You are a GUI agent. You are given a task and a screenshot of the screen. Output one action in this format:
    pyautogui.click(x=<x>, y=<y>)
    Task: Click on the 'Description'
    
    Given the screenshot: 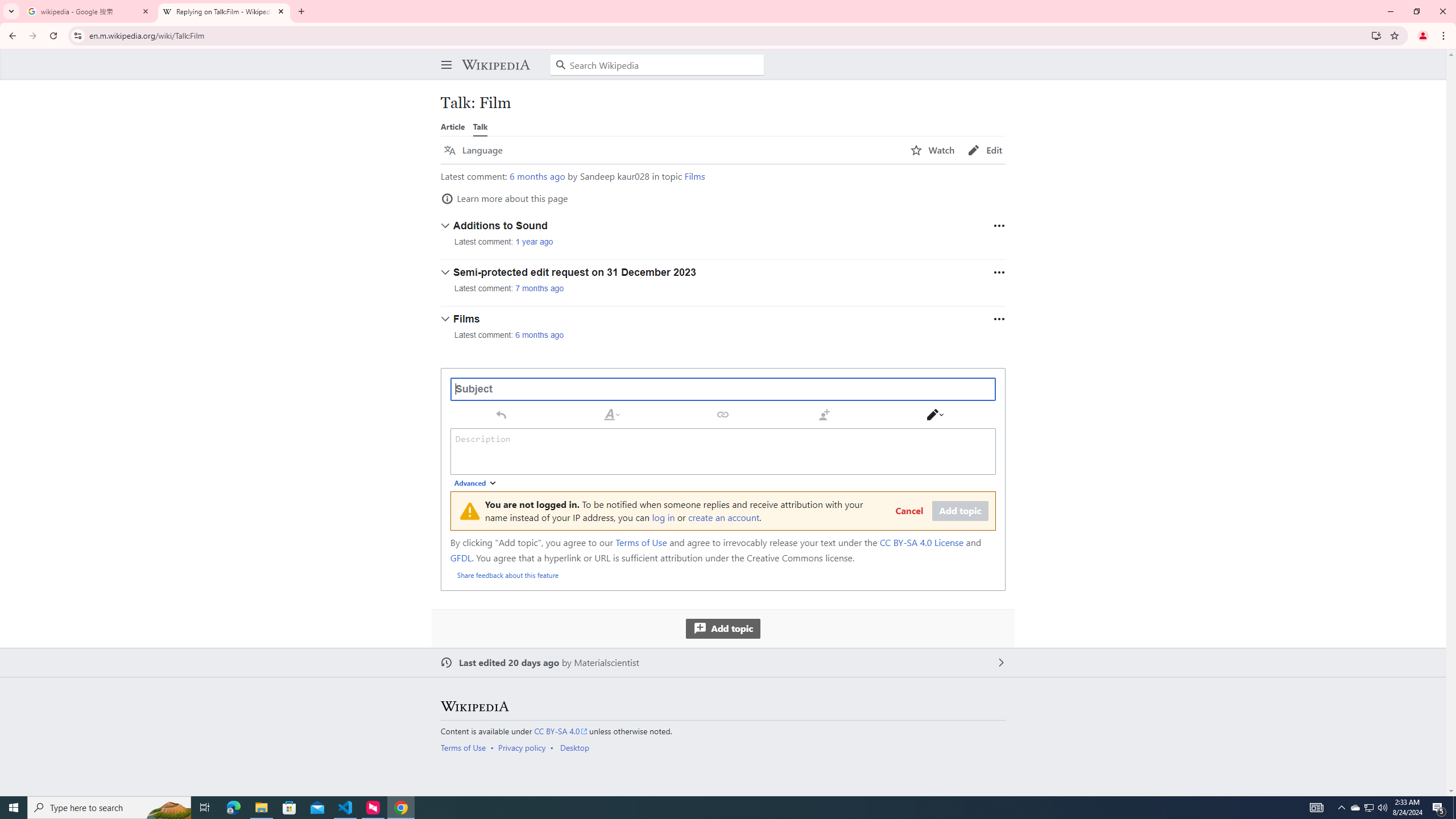 What is the action you would take?
    pyautogui.click(x=723, y=450)
    